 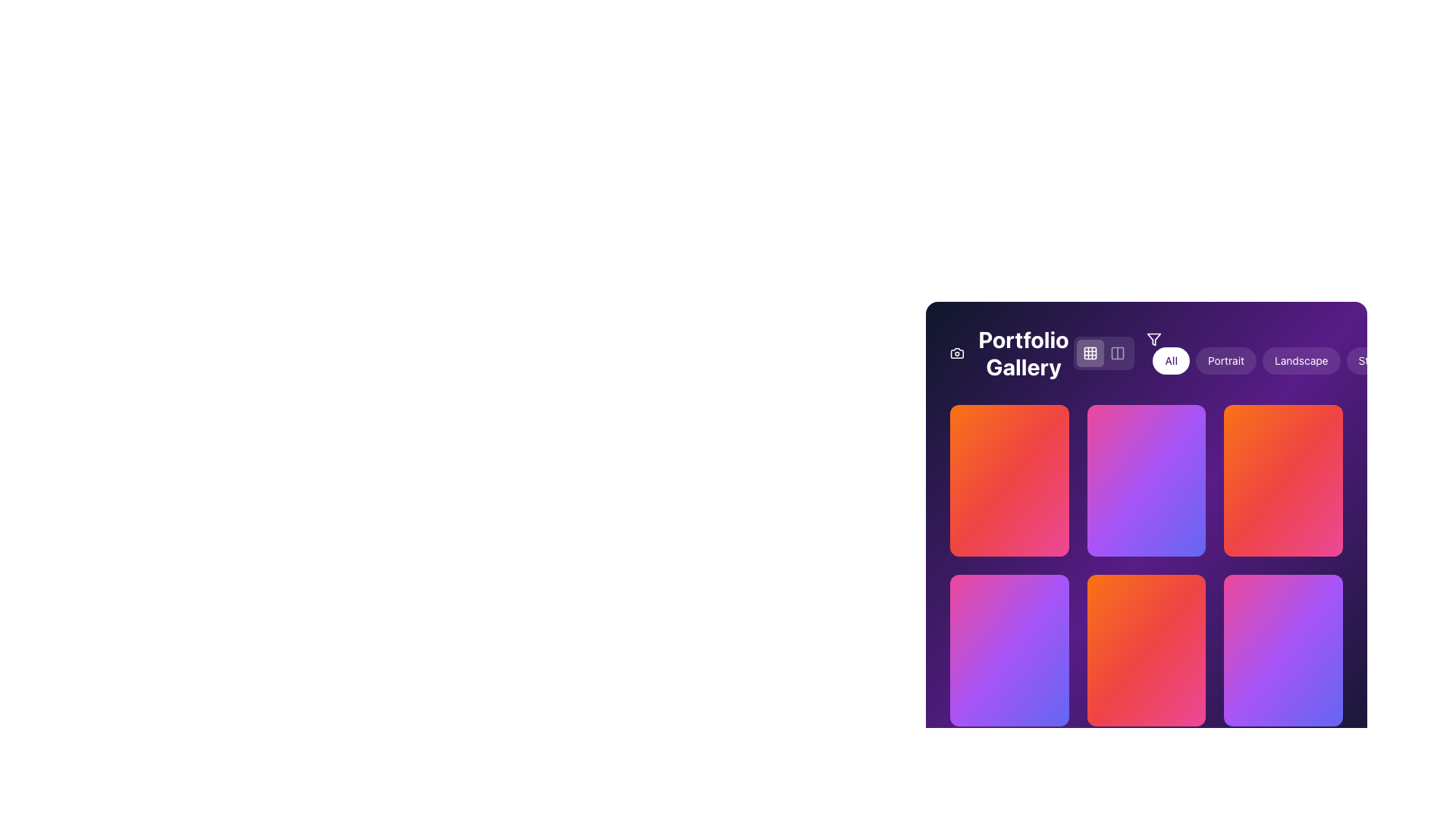 I want to click on the fifth tile in the gallery, which features a gradient background transitioning from orange to purple, so click(x=1147, y=565).